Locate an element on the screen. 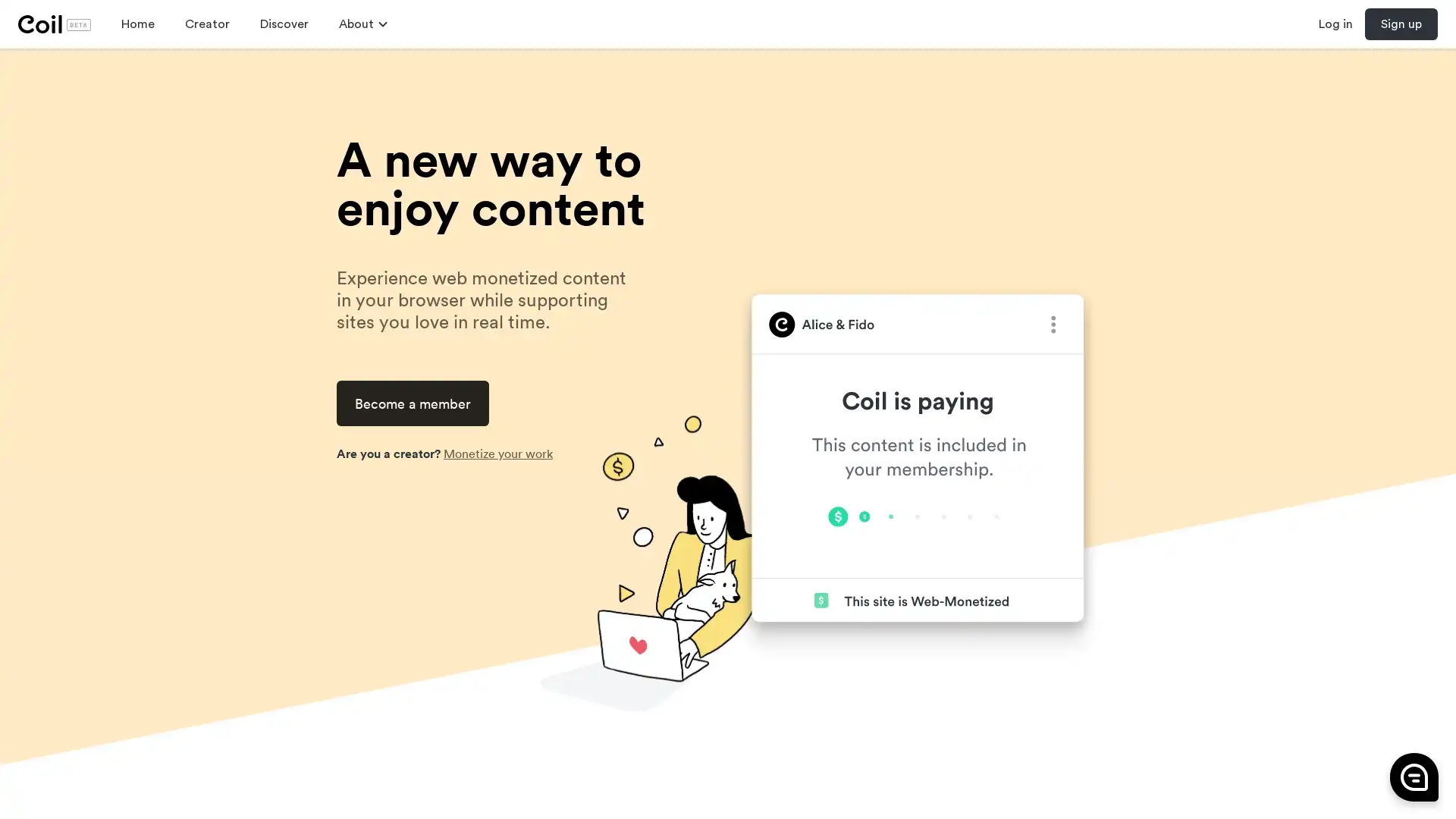 The width and height of the screenshot is (1456, 819). Log in is located at coordinates (1335, 24).